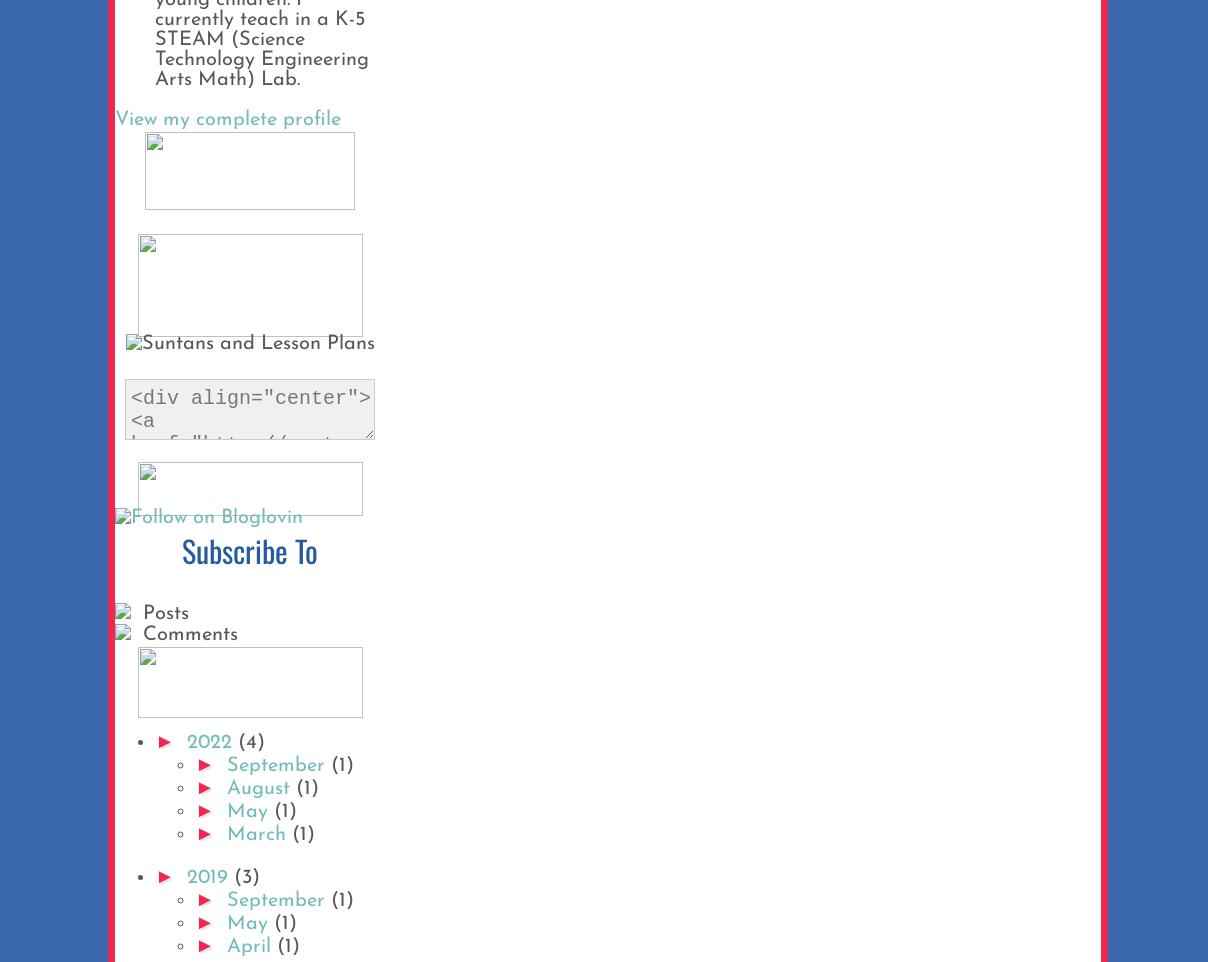 This screenshot has width=1208, height=962. I want to click on 'View my complete profile', so click(227, 118).